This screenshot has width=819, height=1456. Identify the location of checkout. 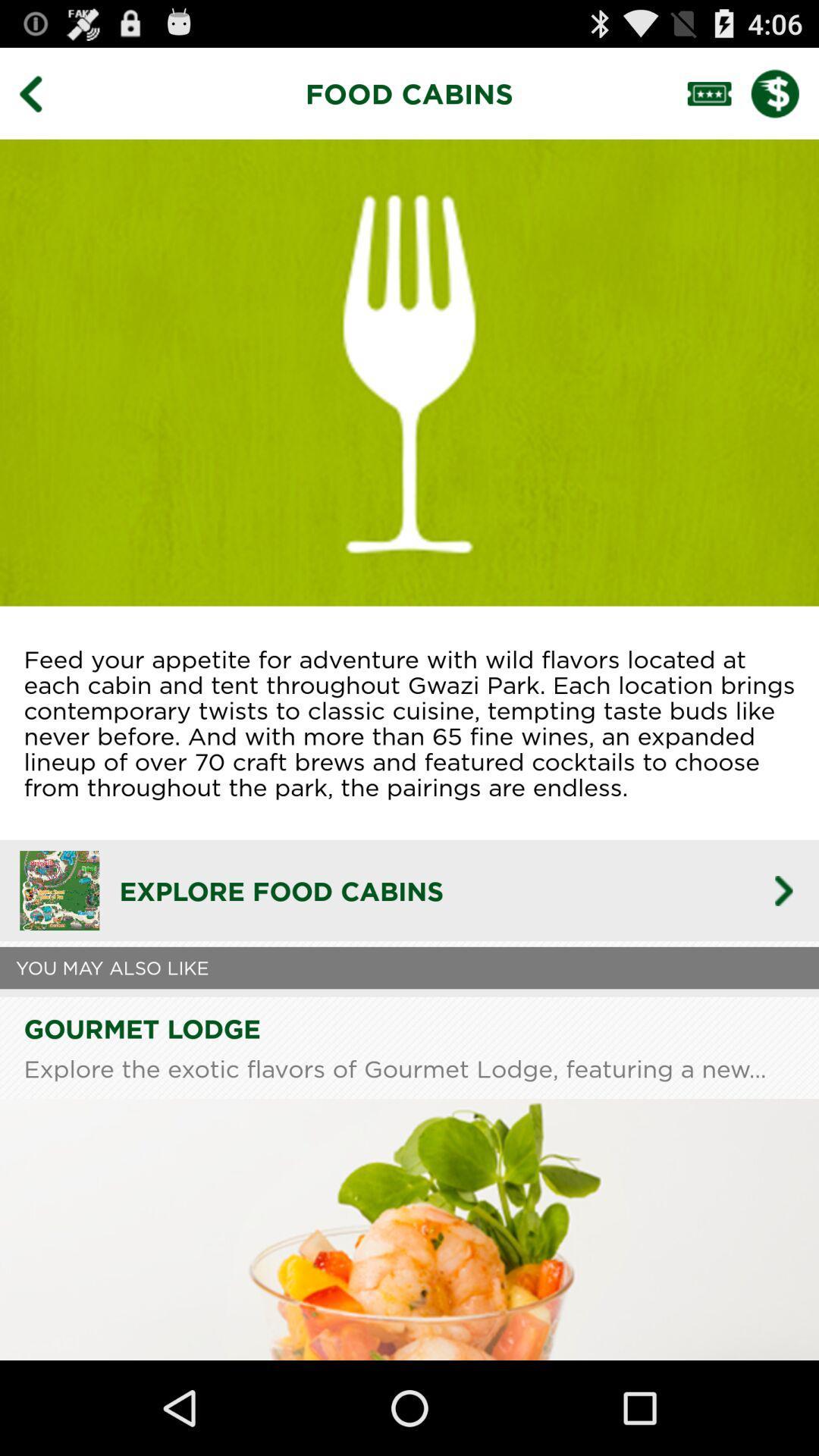
(785, 93).